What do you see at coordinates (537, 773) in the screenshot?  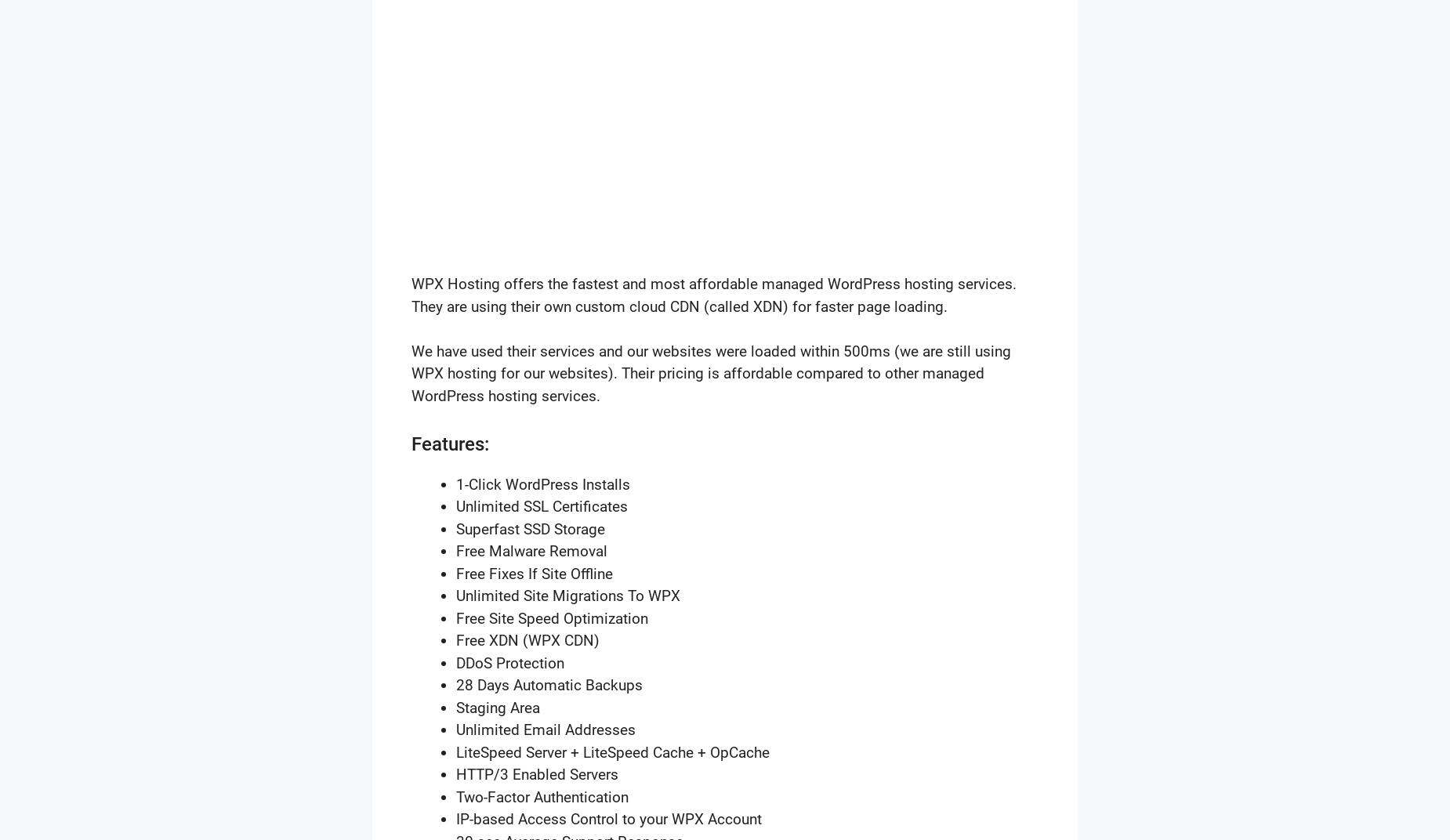 I see `'HTTP/3 Enabled Servers'` at bounding box center [537, 773].